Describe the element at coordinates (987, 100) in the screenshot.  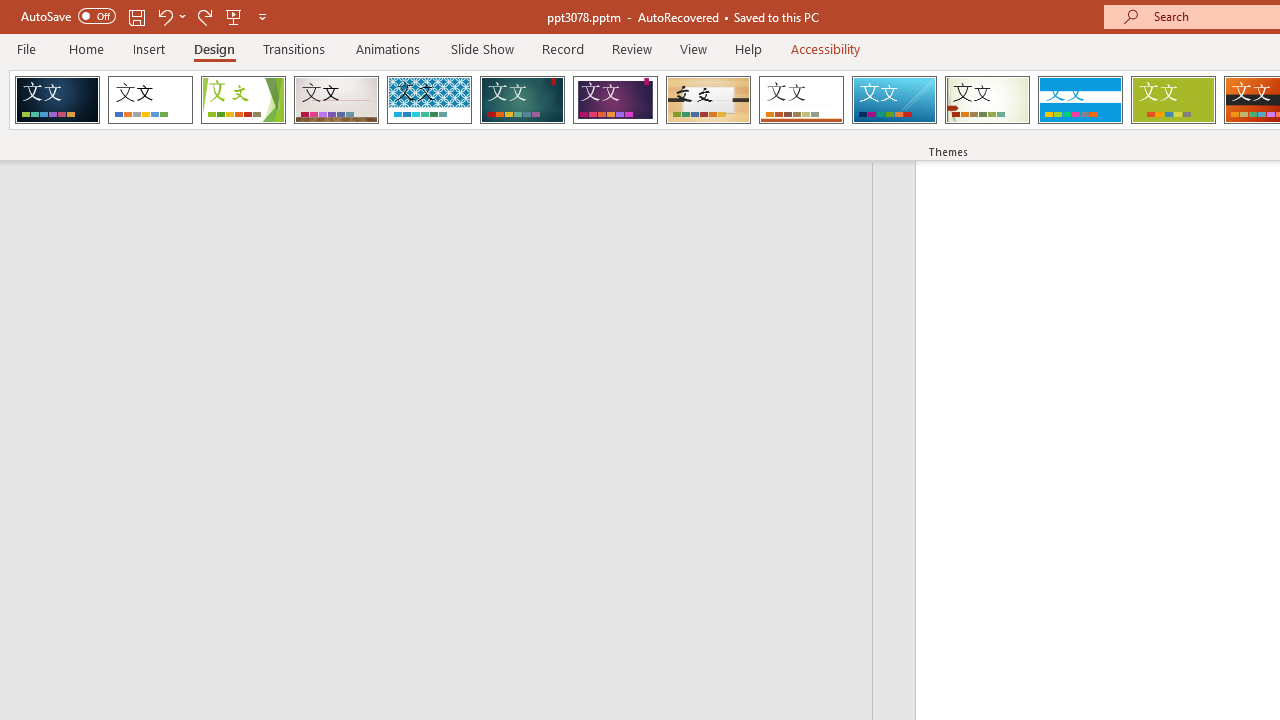
I see `'Wisp'` at that location.